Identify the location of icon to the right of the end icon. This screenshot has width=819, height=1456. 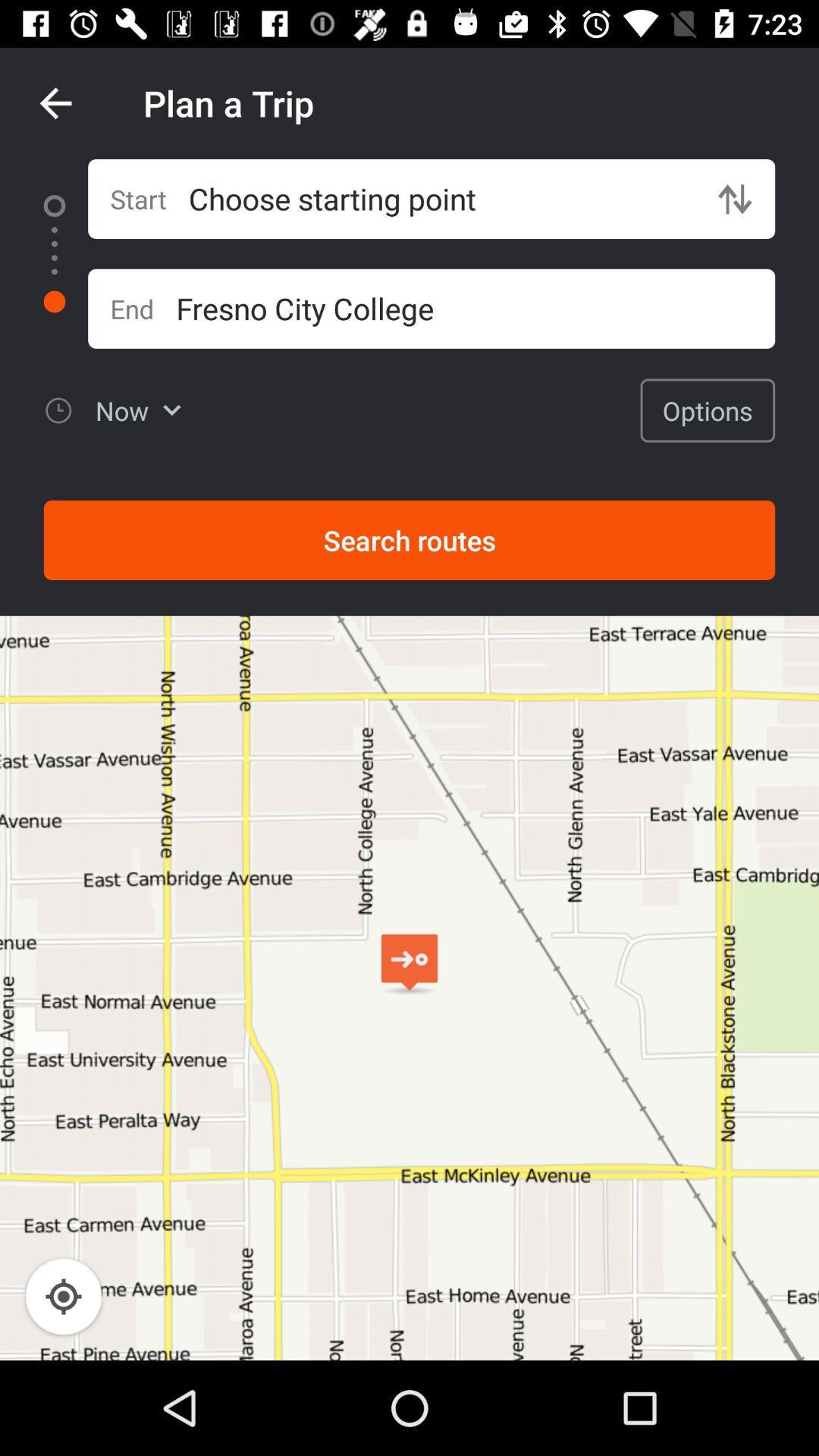
(475, 307).